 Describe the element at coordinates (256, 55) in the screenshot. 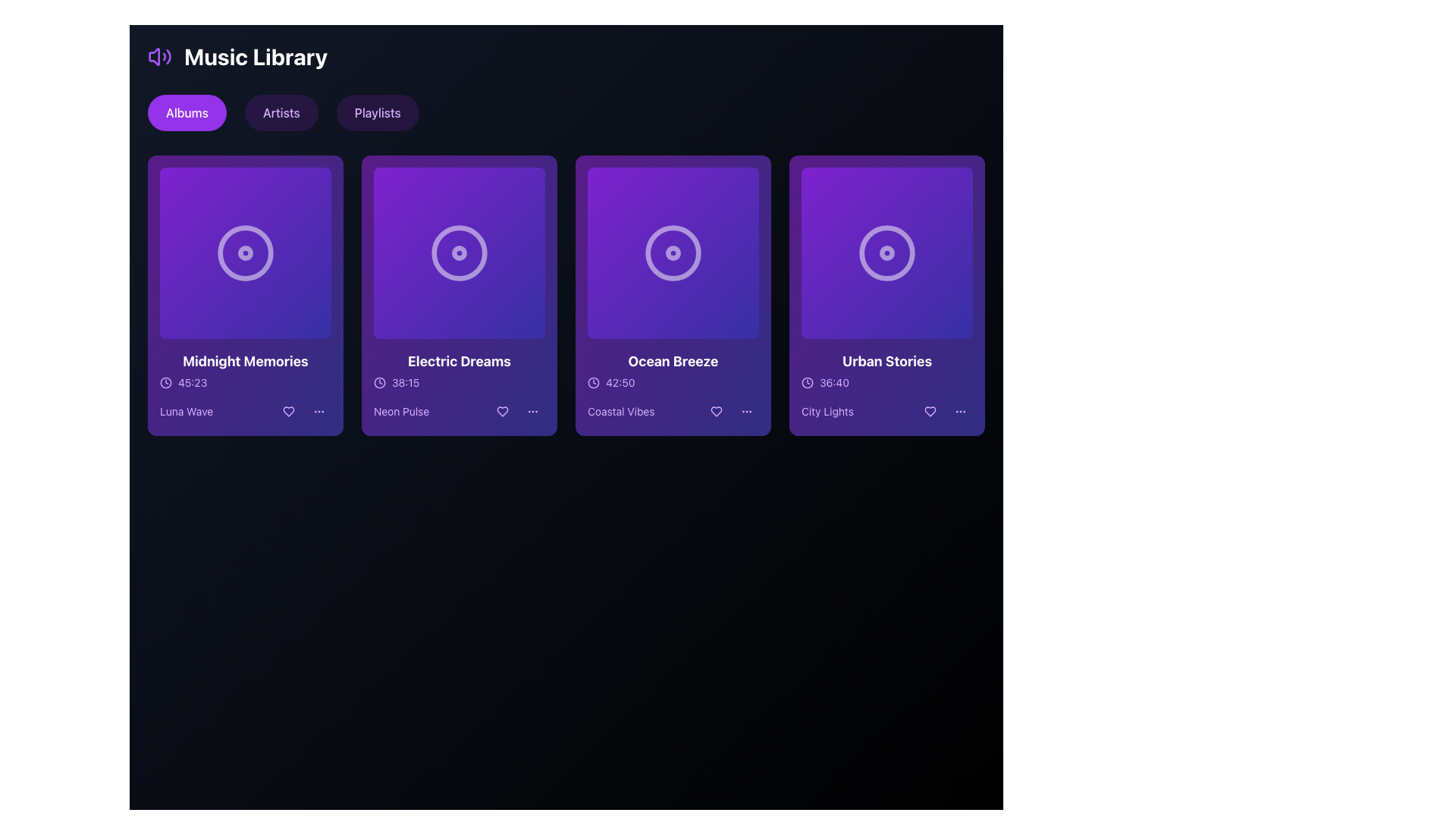

I see `text from the header labeled 'Music Library', which is prominently displayed in bold white font on a dark background` at that location.